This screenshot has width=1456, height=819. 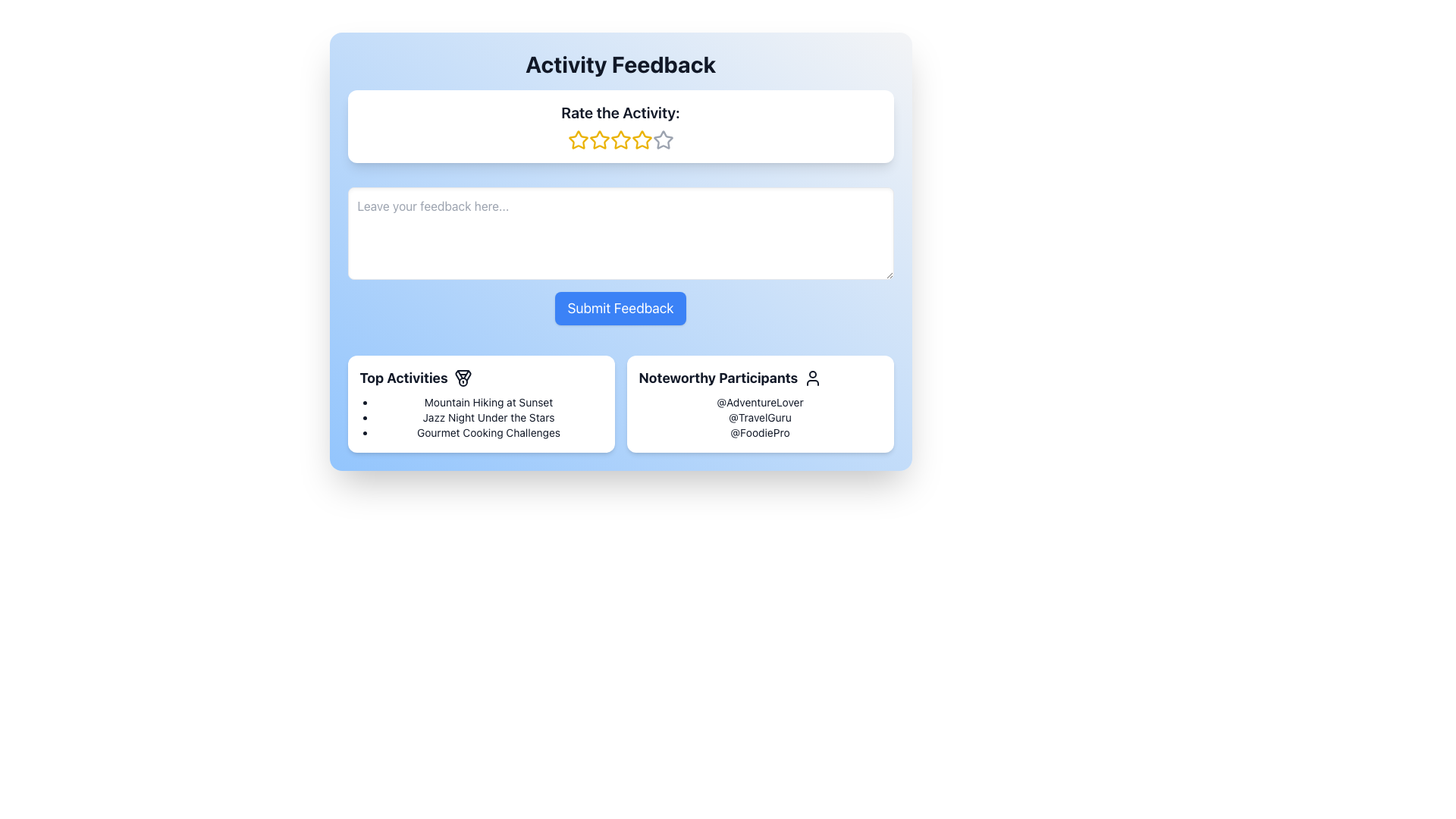 I want to click on username text label that is the third in the list of noteworthy participants, located in the bottom-right panel of the interface, directly below '@TravelGuru', so click(x=760, y=432).